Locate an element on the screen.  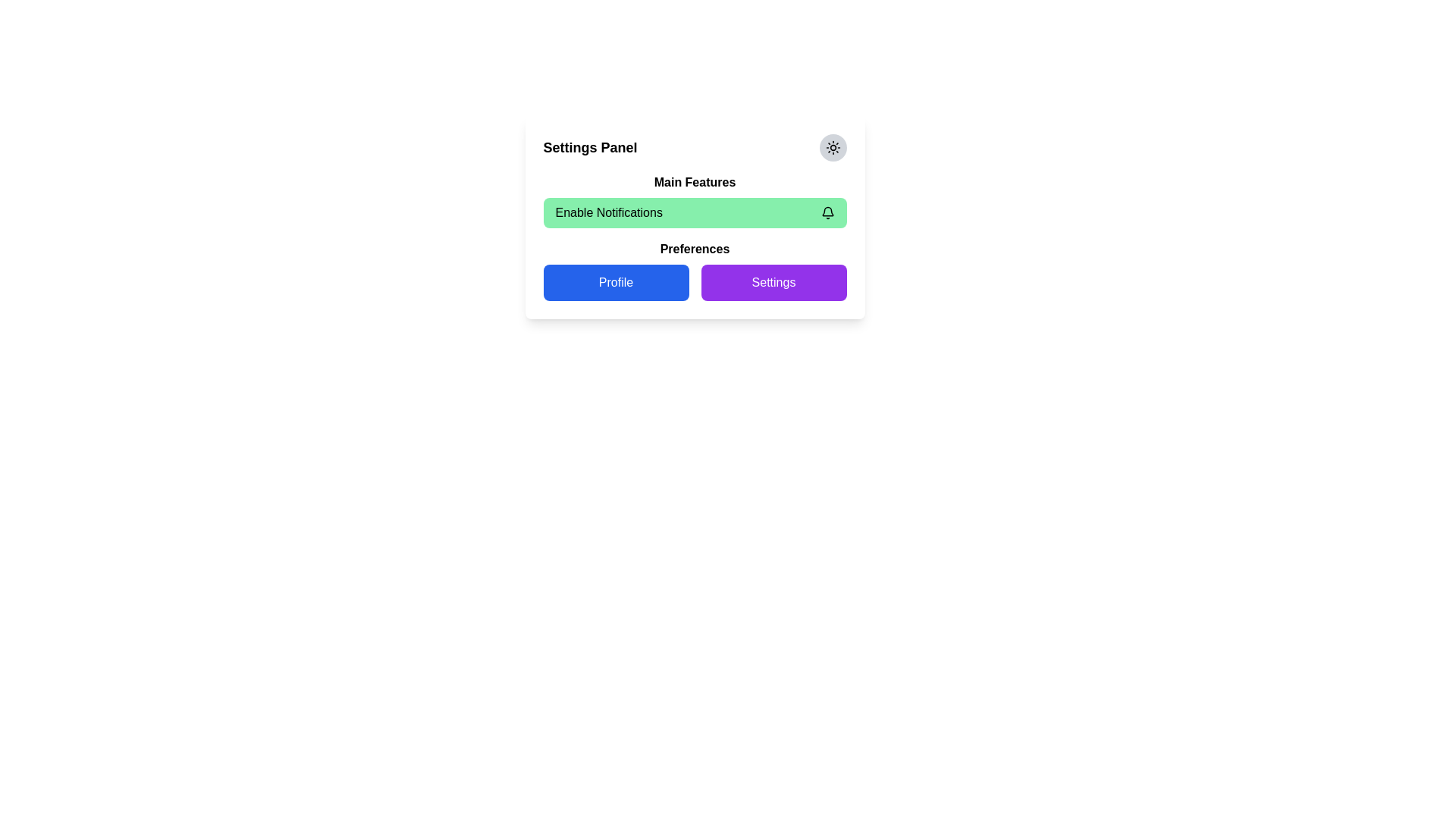
title text element located at the top-left corner of the card interface, which serves as a header indicating the purpose or content of the section is located at coordinates (589, 148).